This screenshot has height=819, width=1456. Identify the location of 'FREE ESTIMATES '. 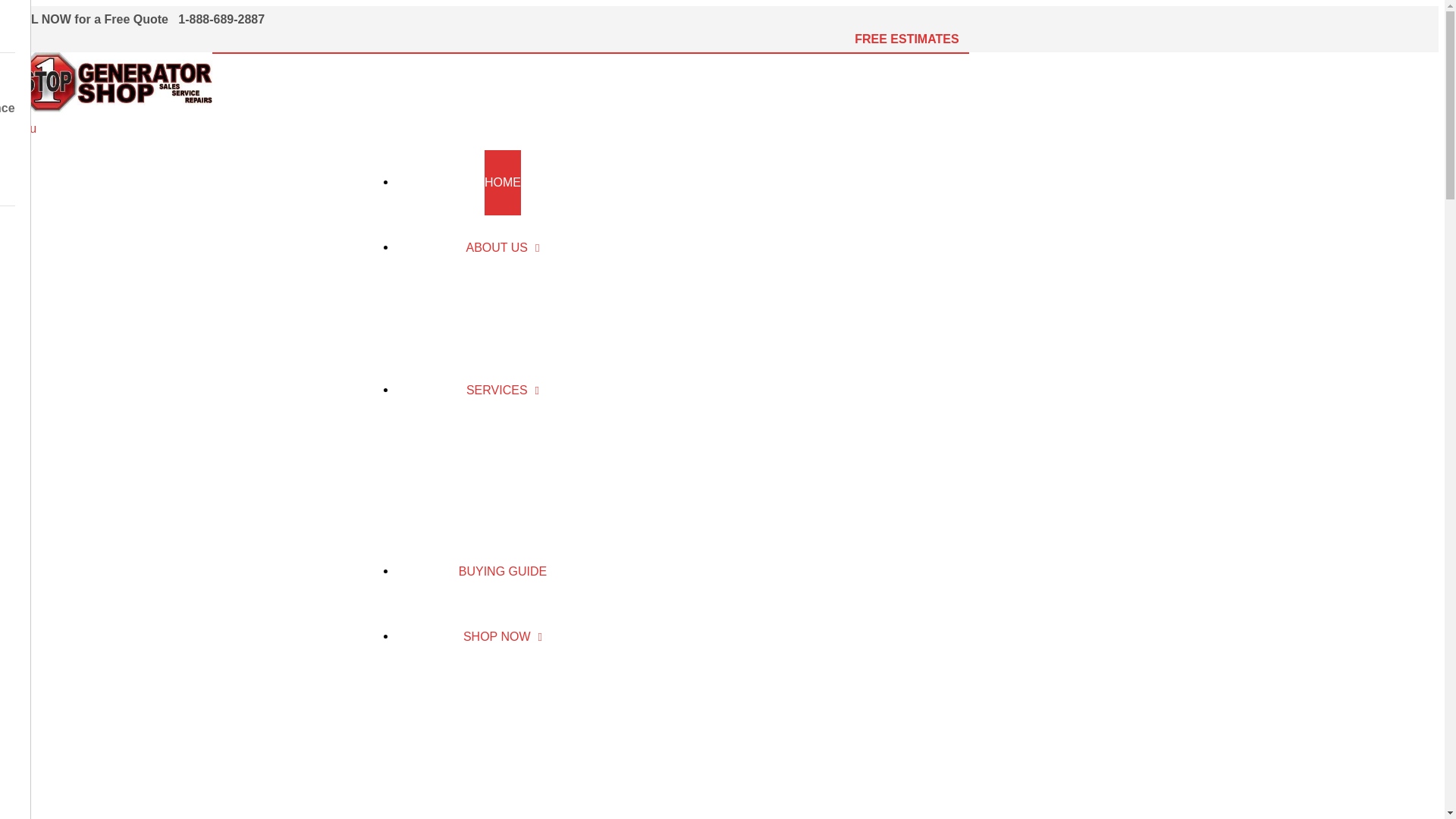
(908, 38).